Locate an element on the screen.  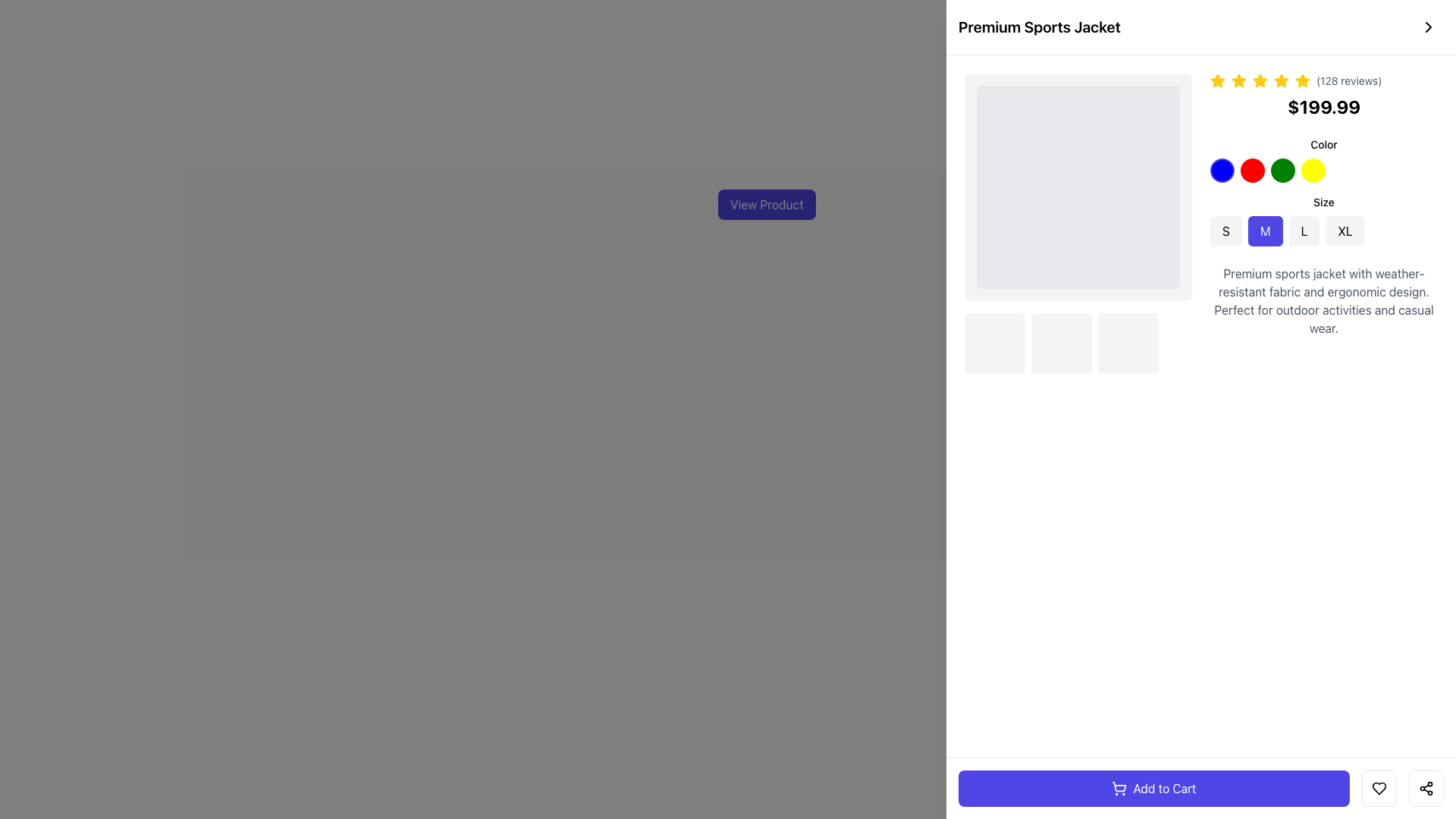
the visual presence of the fifth yellow star icon in the rating component above the product price for 'Premium Sports Jacket.' is located at coordinates (1280, 80).